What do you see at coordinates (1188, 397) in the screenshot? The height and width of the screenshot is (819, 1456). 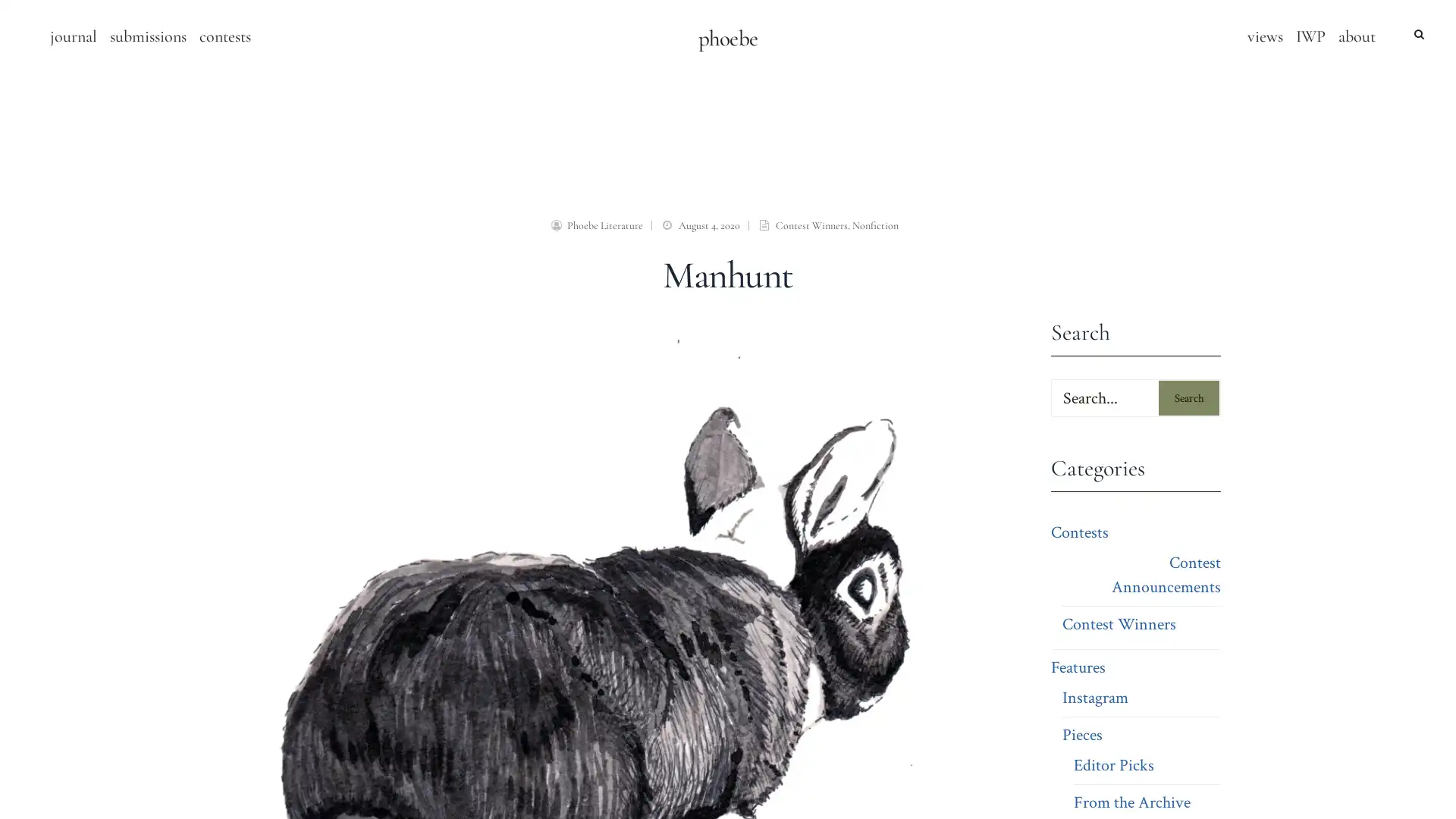 I see `Search` at bounding box center [1188, 397].